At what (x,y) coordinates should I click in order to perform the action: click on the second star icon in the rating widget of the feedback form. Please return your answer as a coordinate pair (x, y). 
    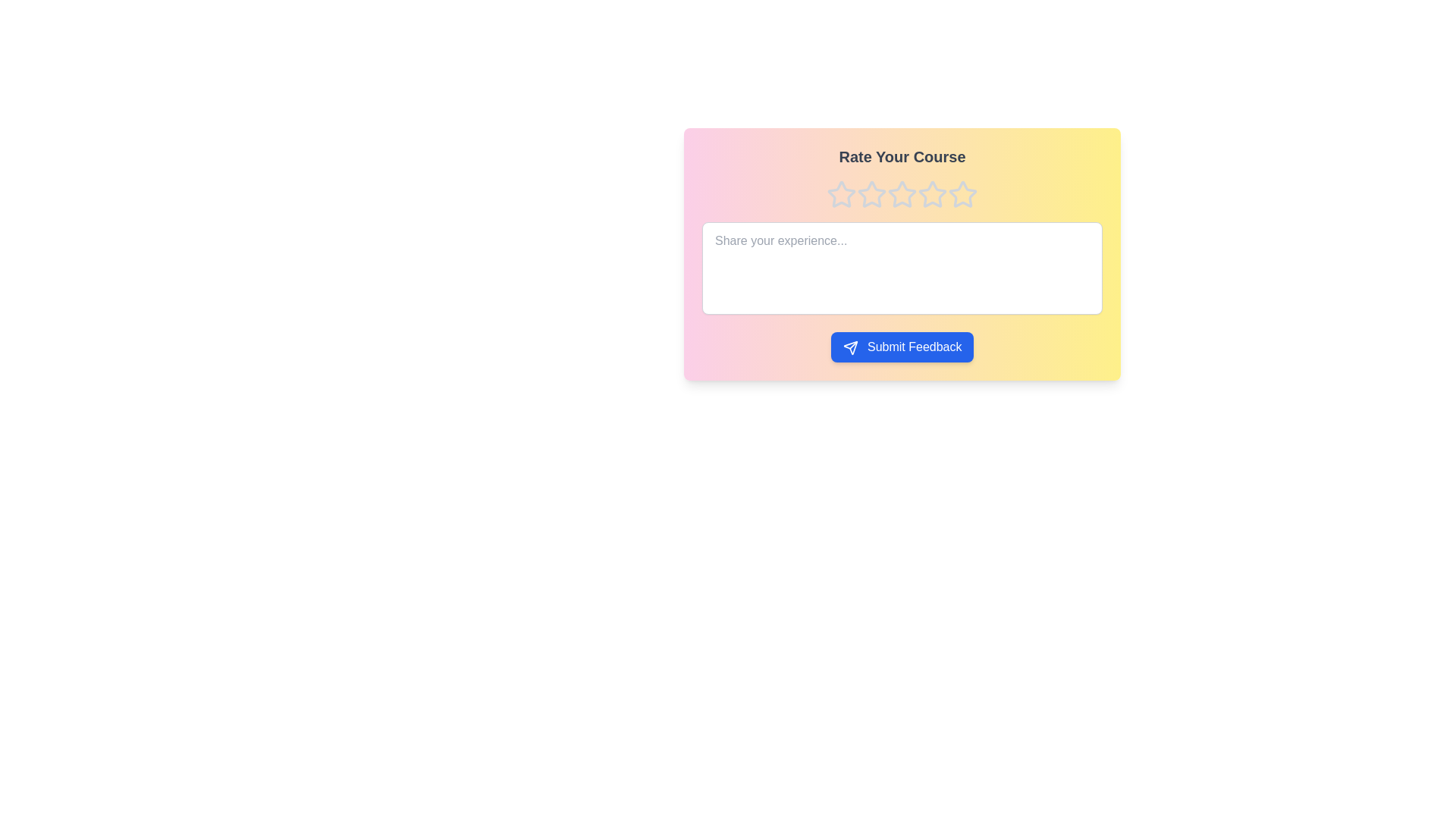
    Looking at the image, I should click on (902, 193).